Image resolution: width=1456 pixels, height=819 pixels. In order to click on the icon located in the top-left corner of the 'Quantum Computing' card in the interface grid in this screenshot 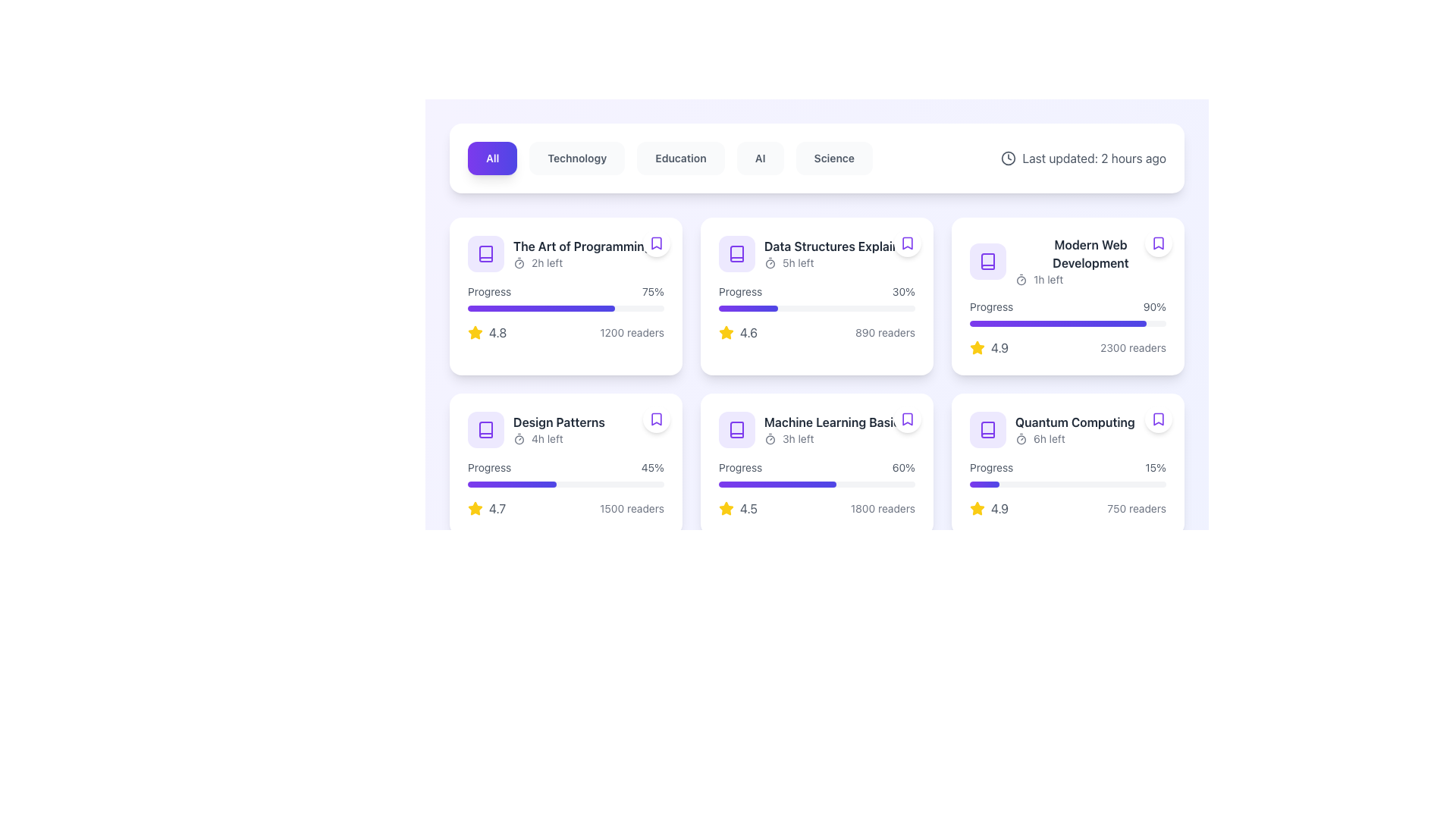, I will do `click(987, 430)`.